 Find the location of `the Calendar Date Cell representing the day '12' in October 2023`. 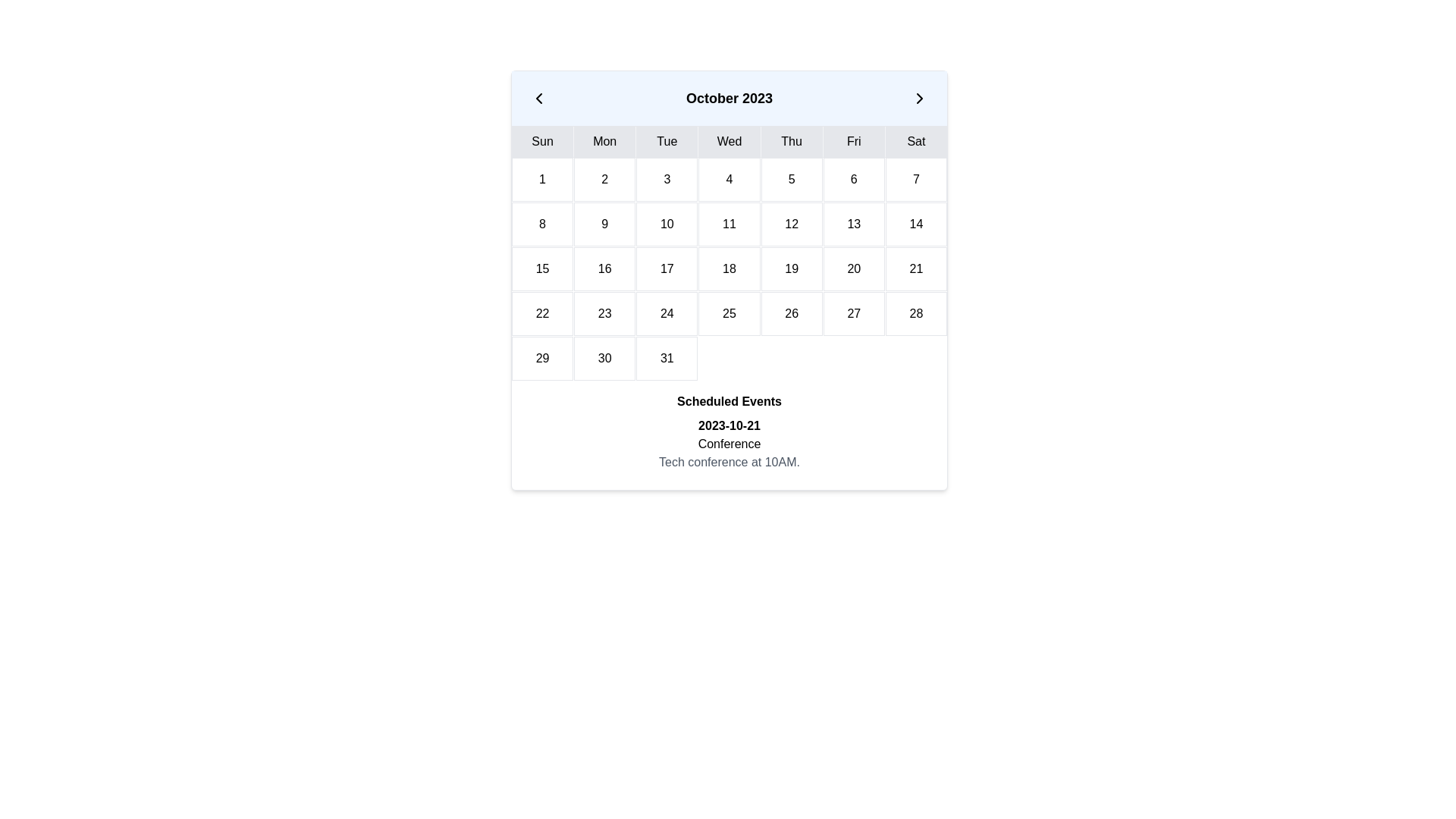

the Calendar Date Cell representing the day '12' in October 2023 is located at coordinates (791, 224).